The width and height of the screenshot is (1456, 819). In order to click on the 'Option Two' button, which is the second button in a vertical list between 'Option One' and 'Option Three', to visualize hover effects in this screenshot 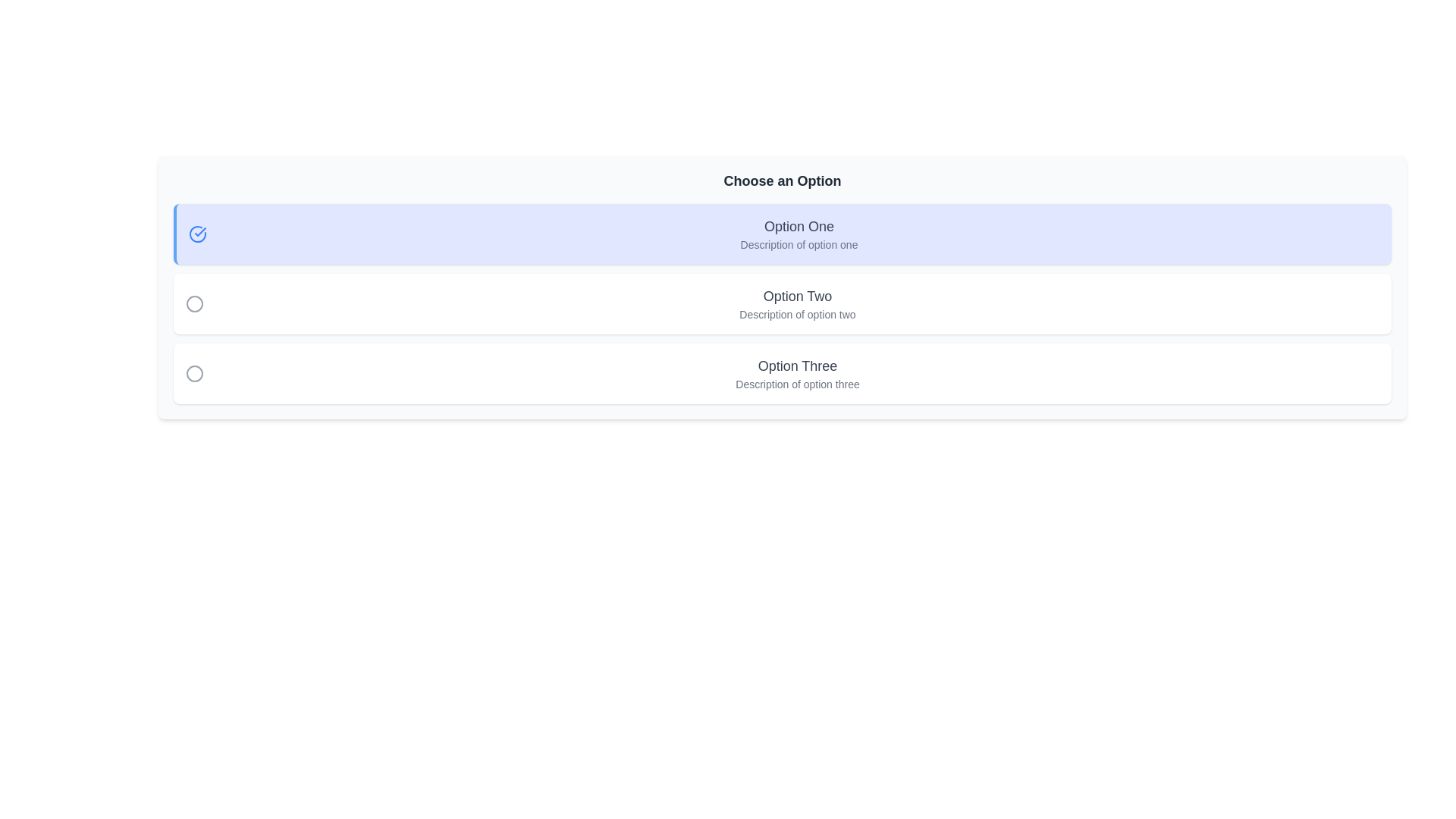, I will do `click(783, 304)`.